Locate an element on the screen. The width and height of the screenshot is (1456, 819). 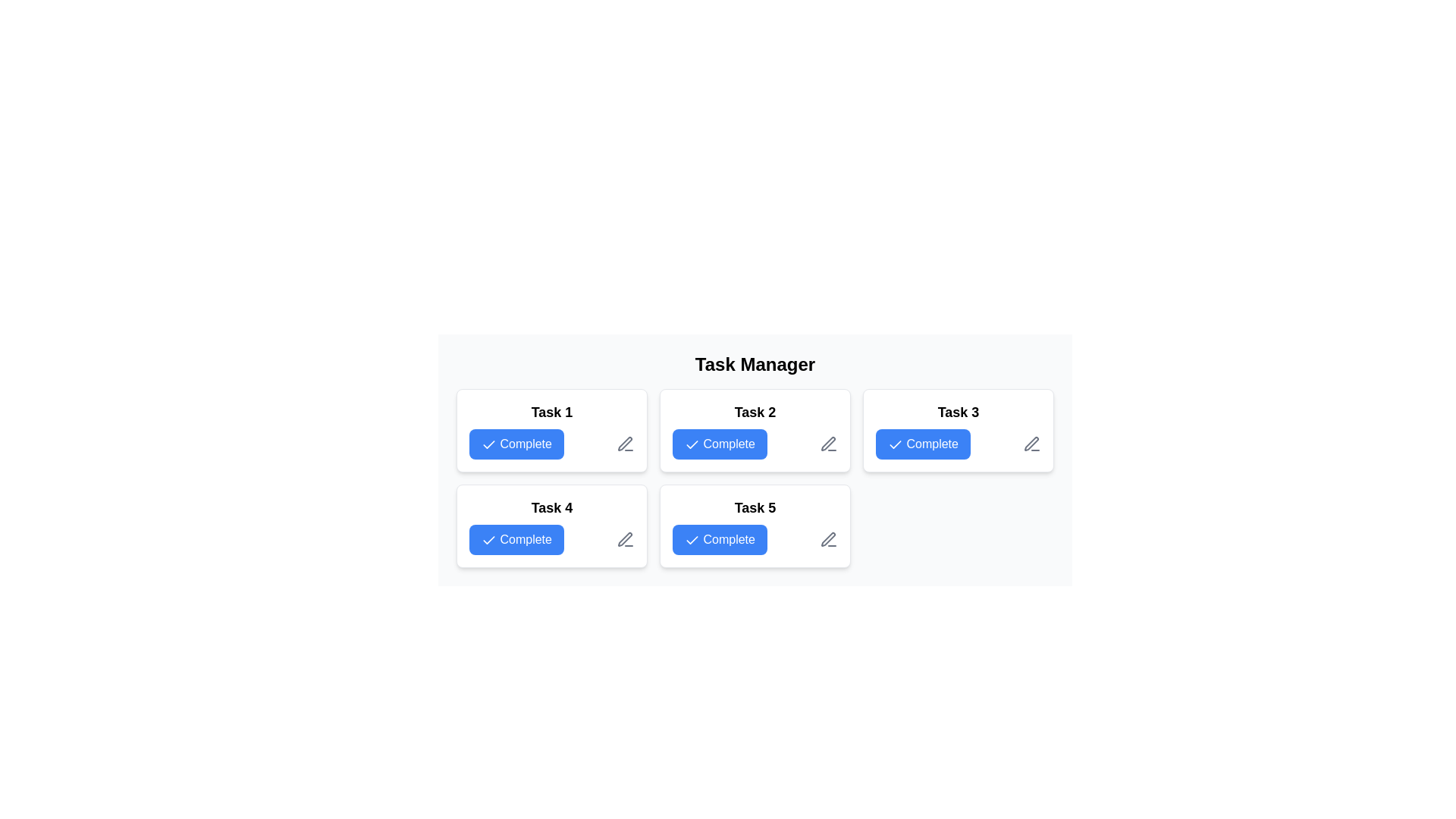
the checkmark icon embedded within the blue 'Complete' button in the 'Task 5' card of the task grid is located at coordinates (691, 539).